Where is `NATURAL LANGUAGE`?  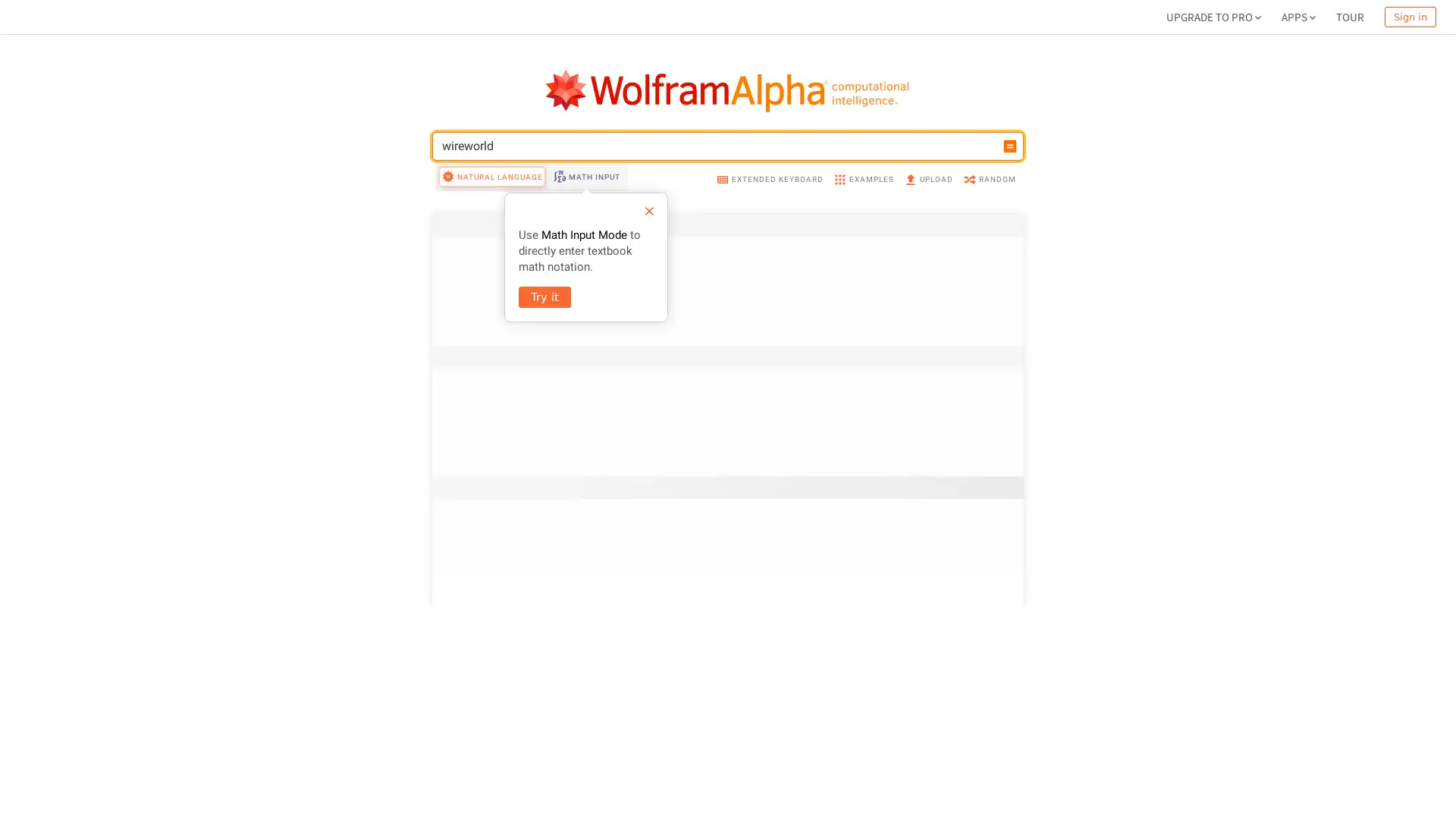 NATURAL LANGUAGE is located at coordinates (491, 305).